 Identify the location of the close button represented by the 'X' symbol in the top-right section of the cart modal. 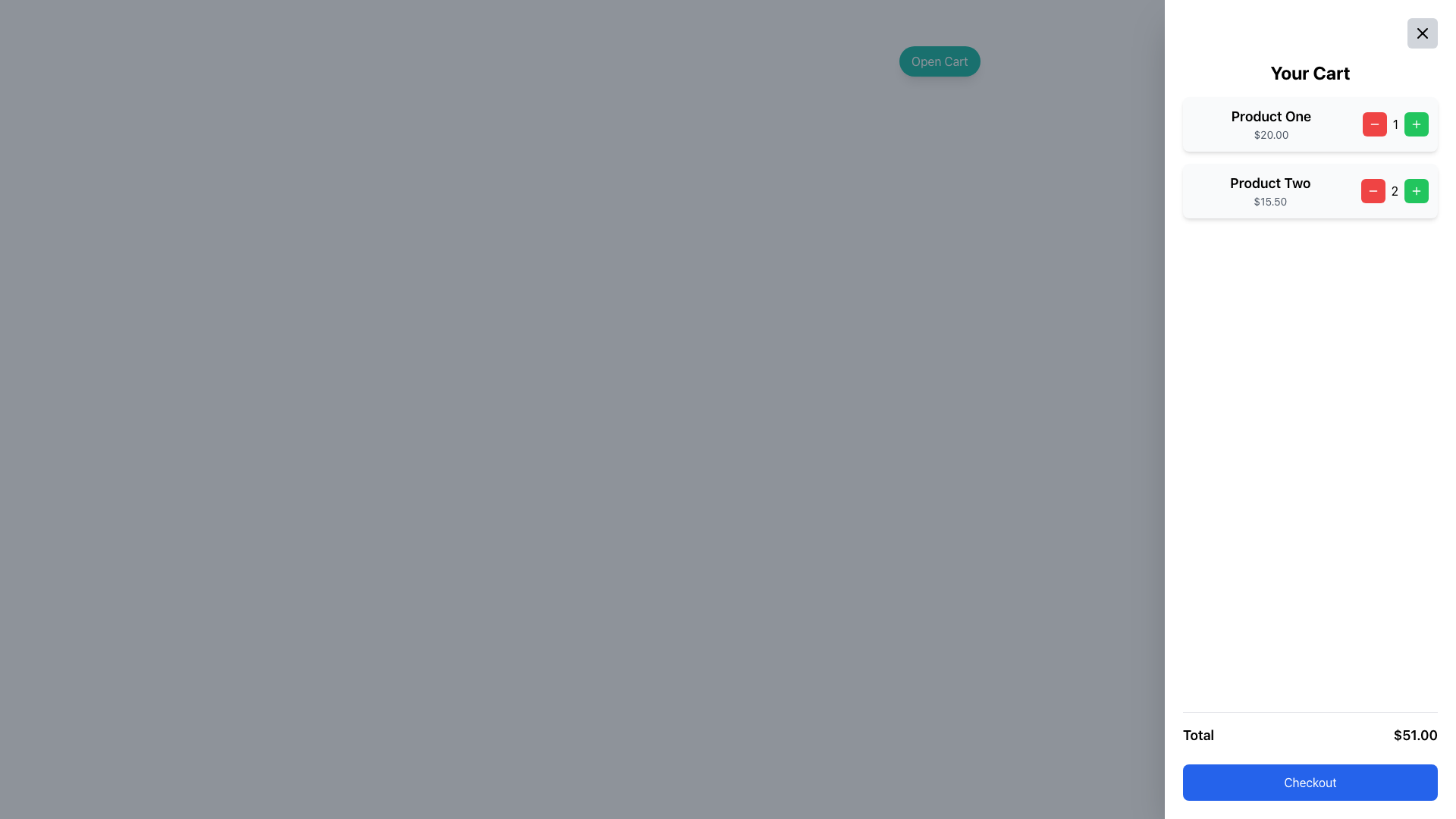
(1422, 33).